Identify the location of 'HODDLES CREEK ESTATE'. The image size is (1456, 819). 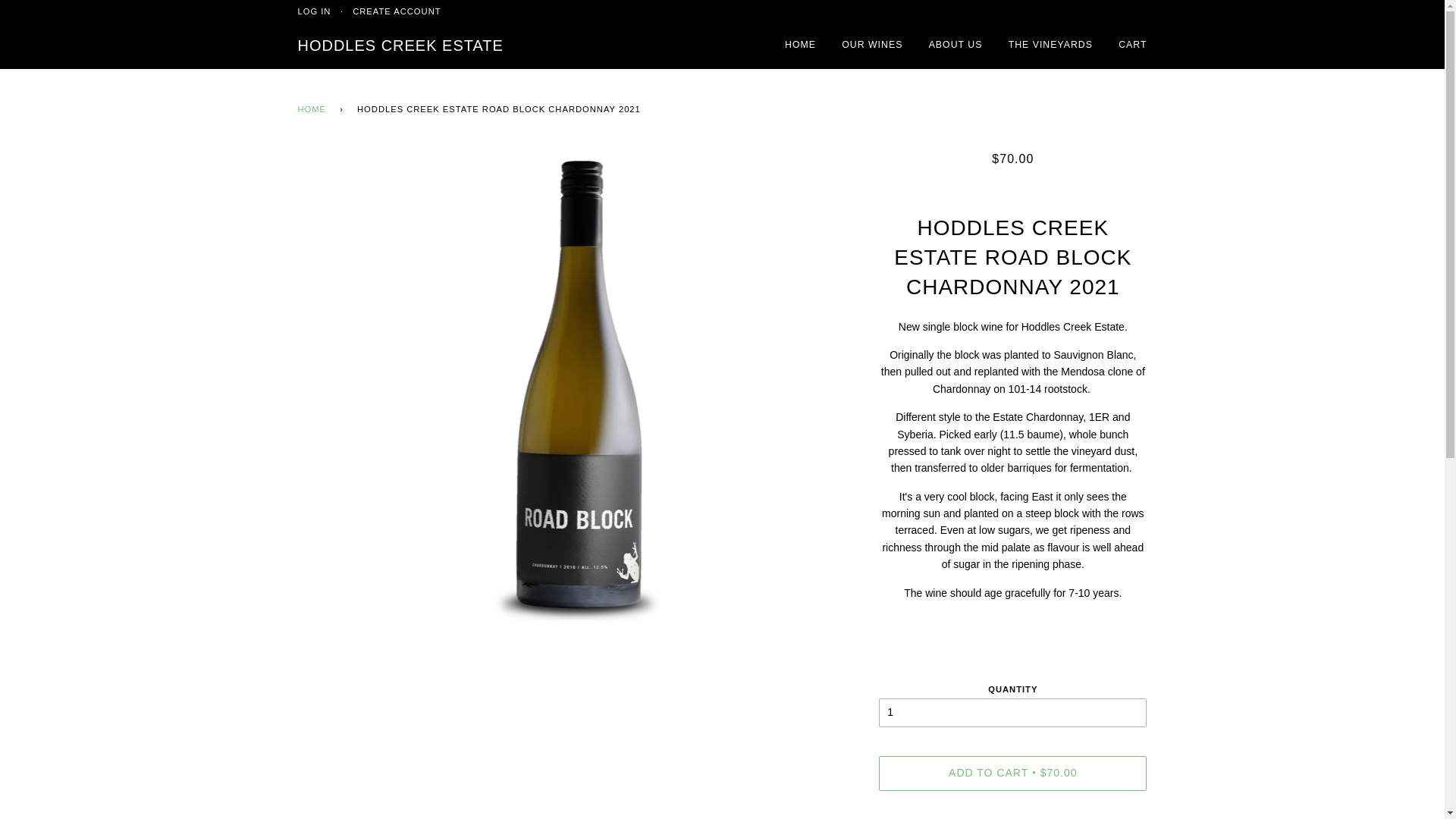
(400, 45).